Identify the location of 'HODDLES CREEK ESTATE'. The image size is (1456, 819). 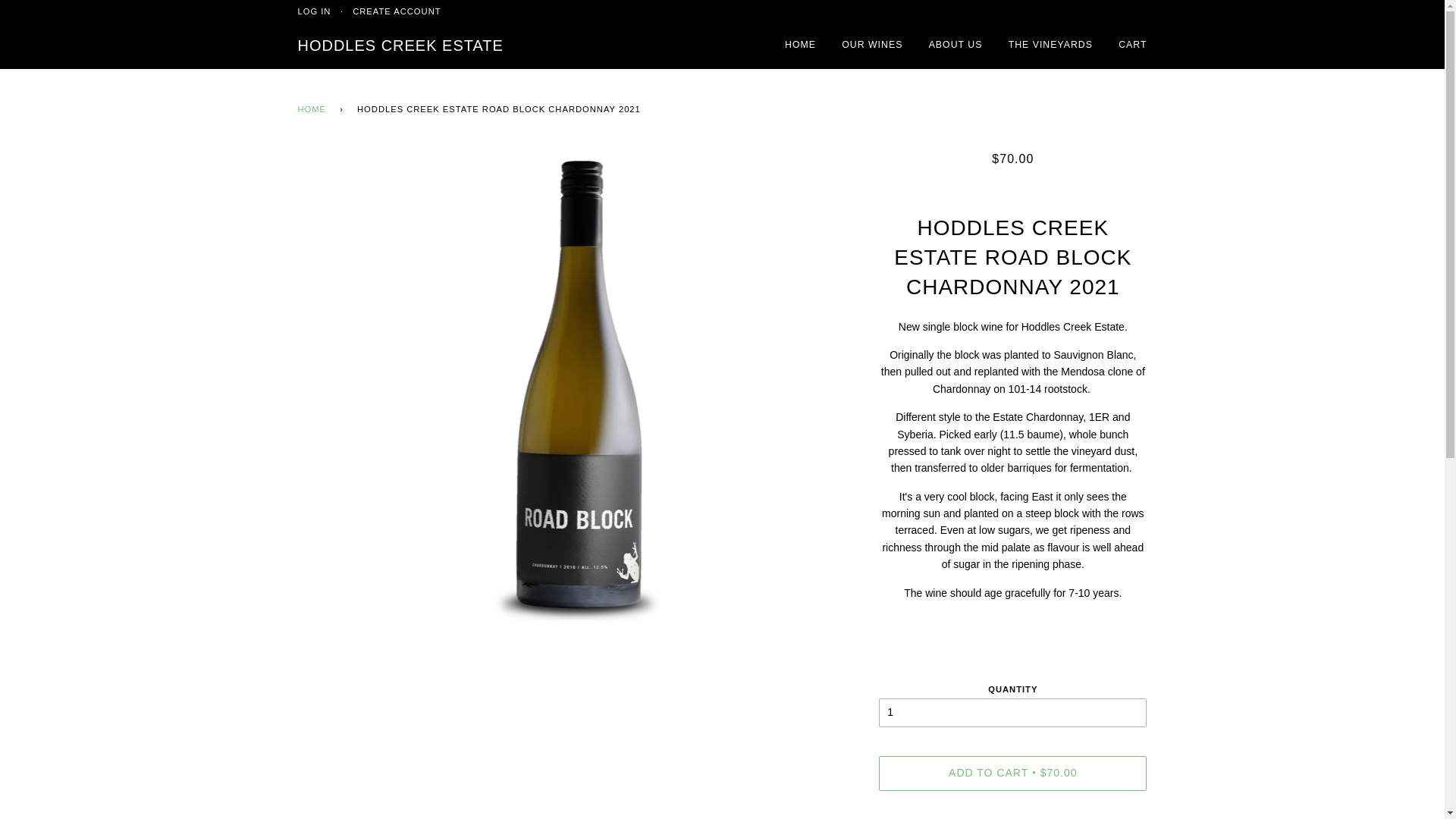
(400, 45).